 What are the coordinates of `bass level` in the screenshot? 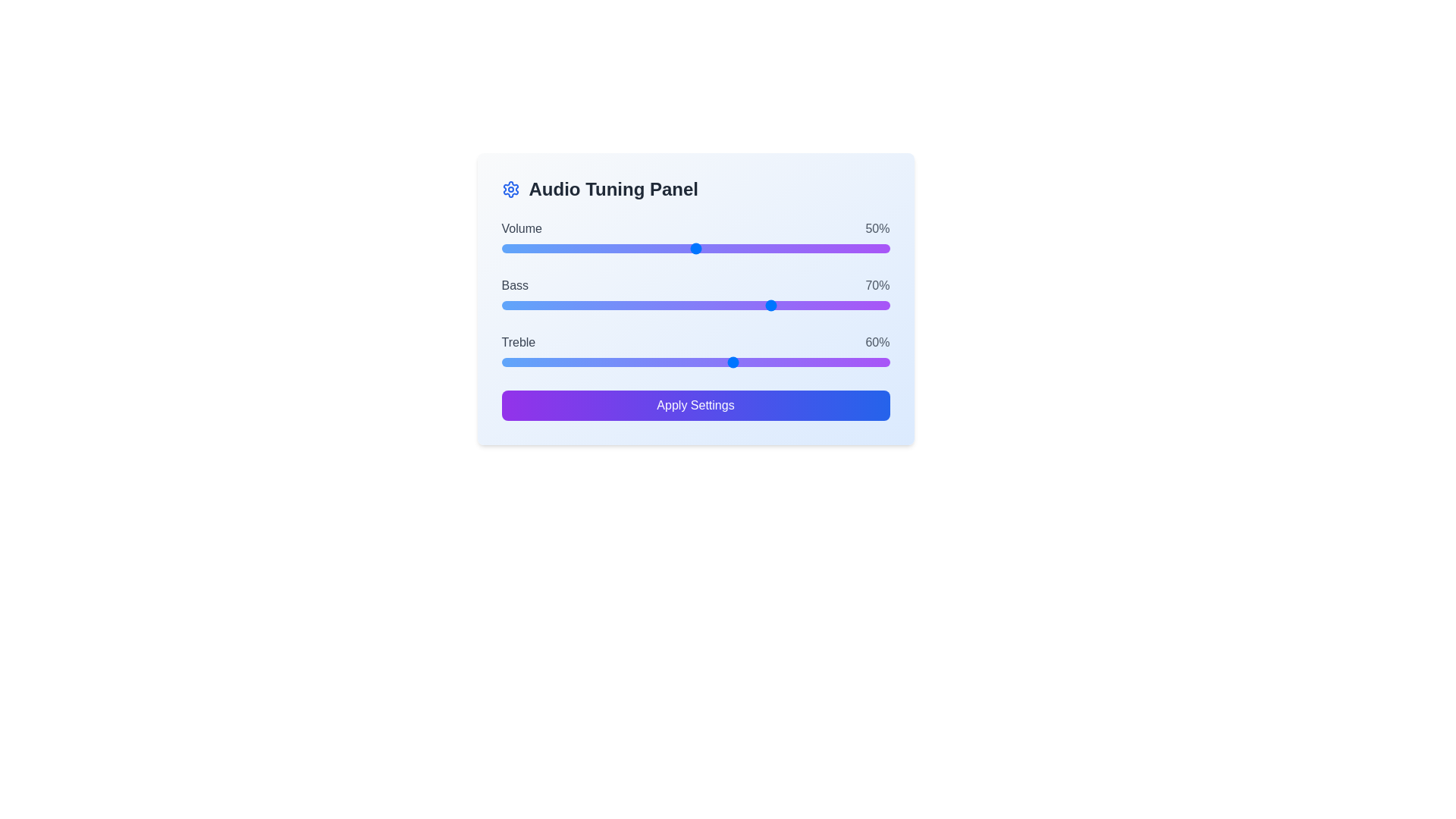 It's located at (649, 305).